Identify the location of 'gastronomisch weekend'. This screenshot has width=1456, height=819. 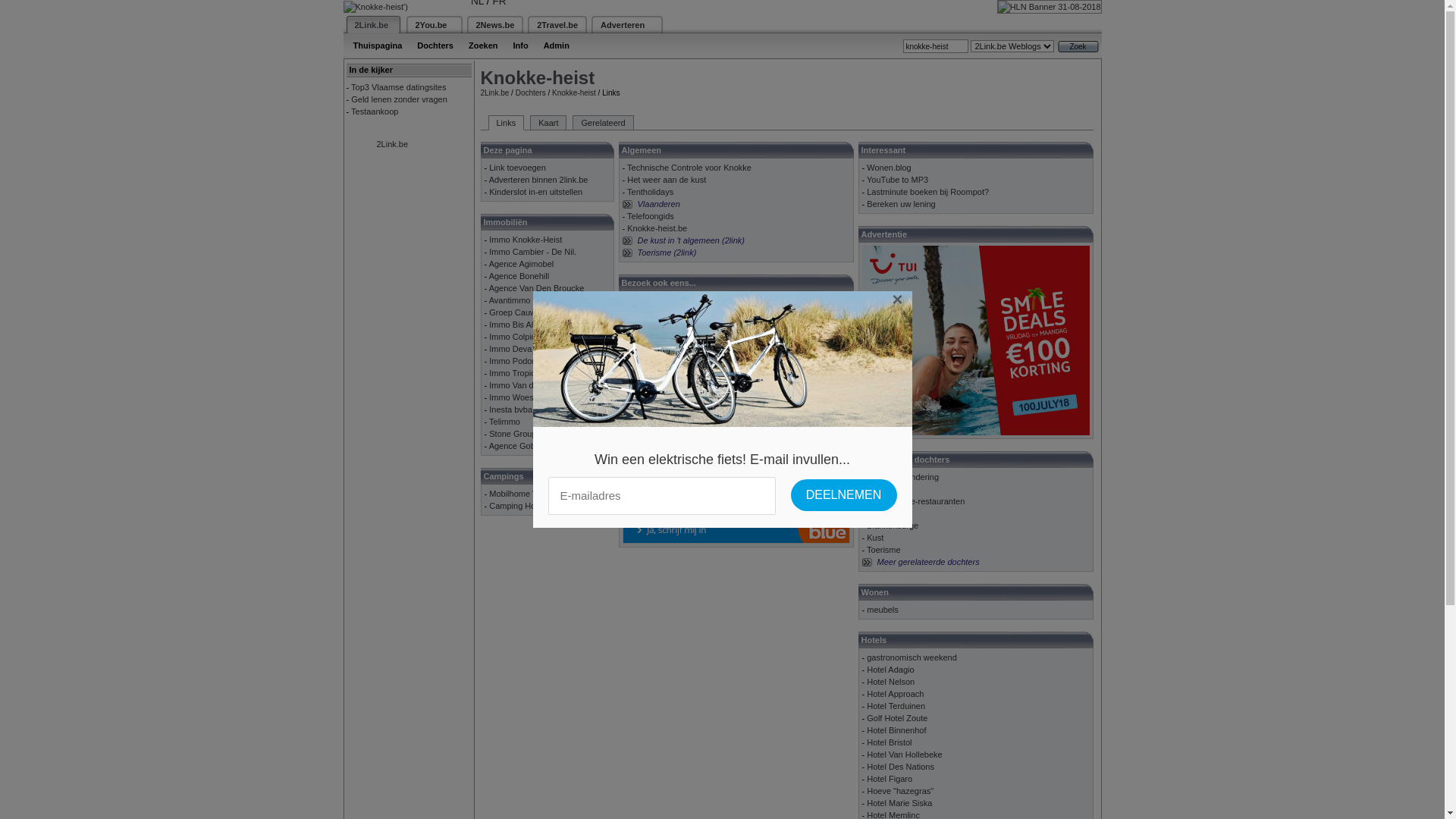
(866, 657).